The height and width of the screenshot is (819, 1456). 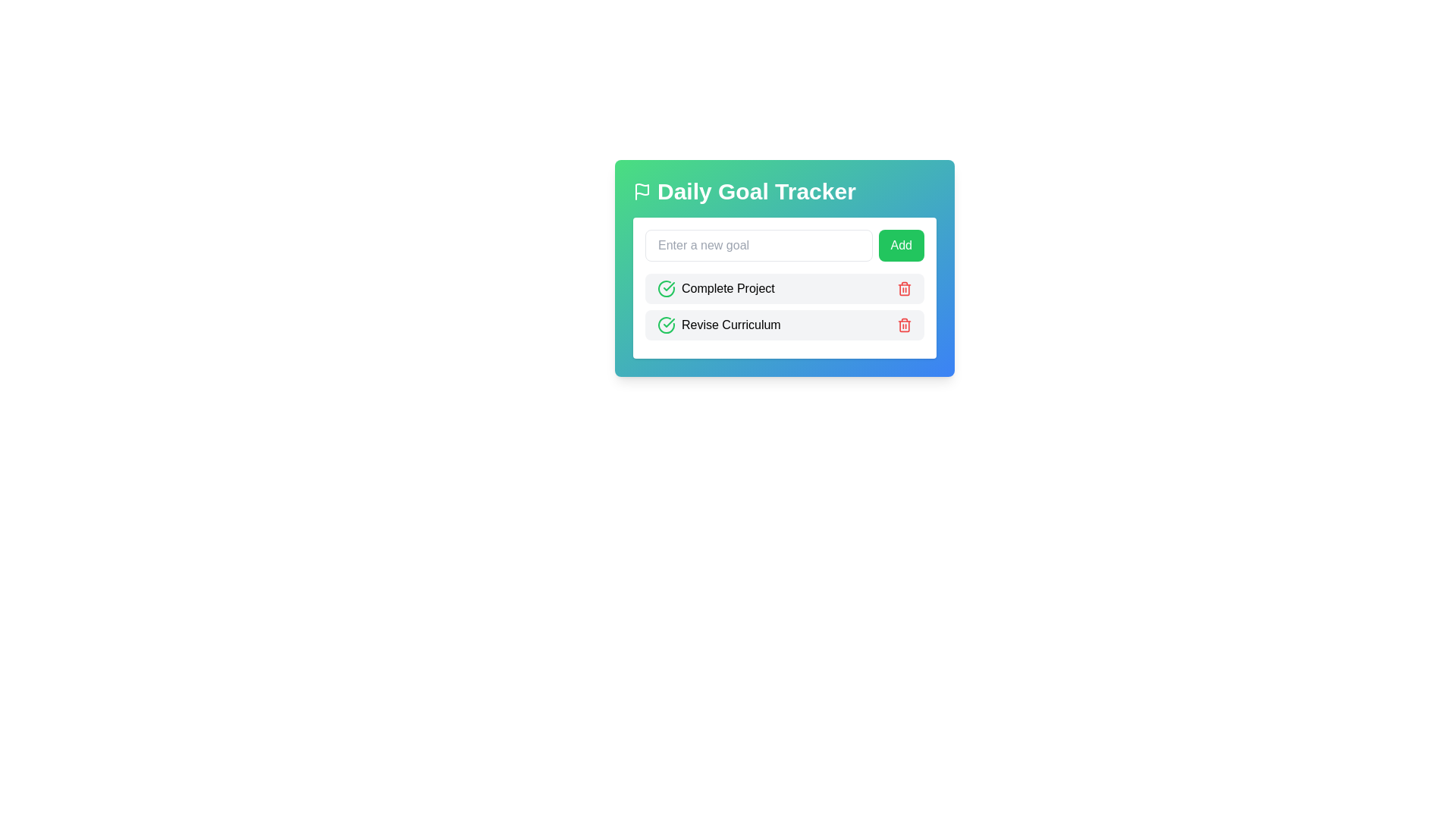 What do you see at coordinates (642, 189) in the screenshot?
I see `the flag icon located at the top-left corner of the 'Daily Goal Tracker' card, which is positioned to the left of the text 'Daily Goal Tracker'` at bounding box center [642, 189].